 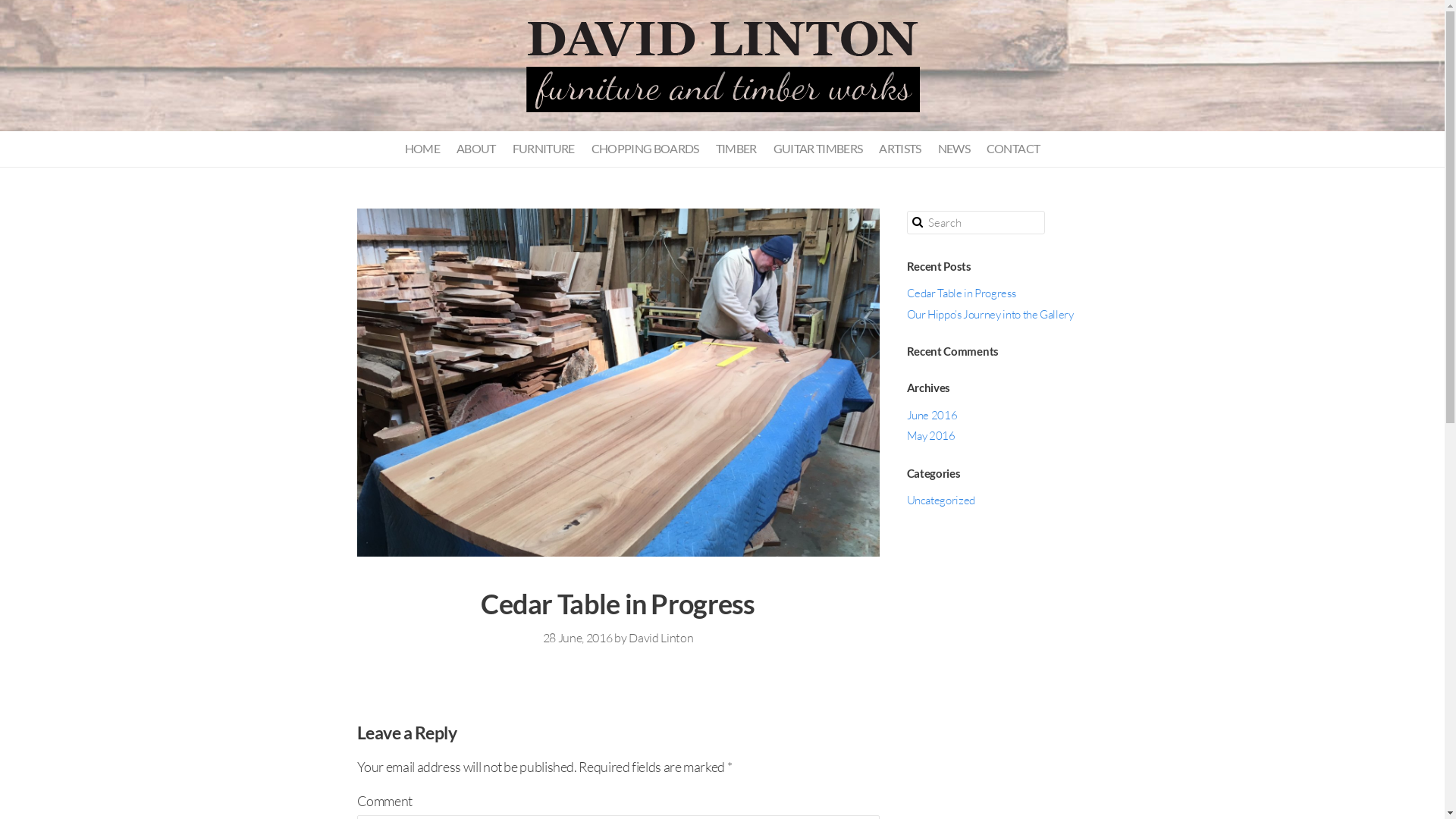 I want to click on 'ARTISTS', so click(x=900, y=149).